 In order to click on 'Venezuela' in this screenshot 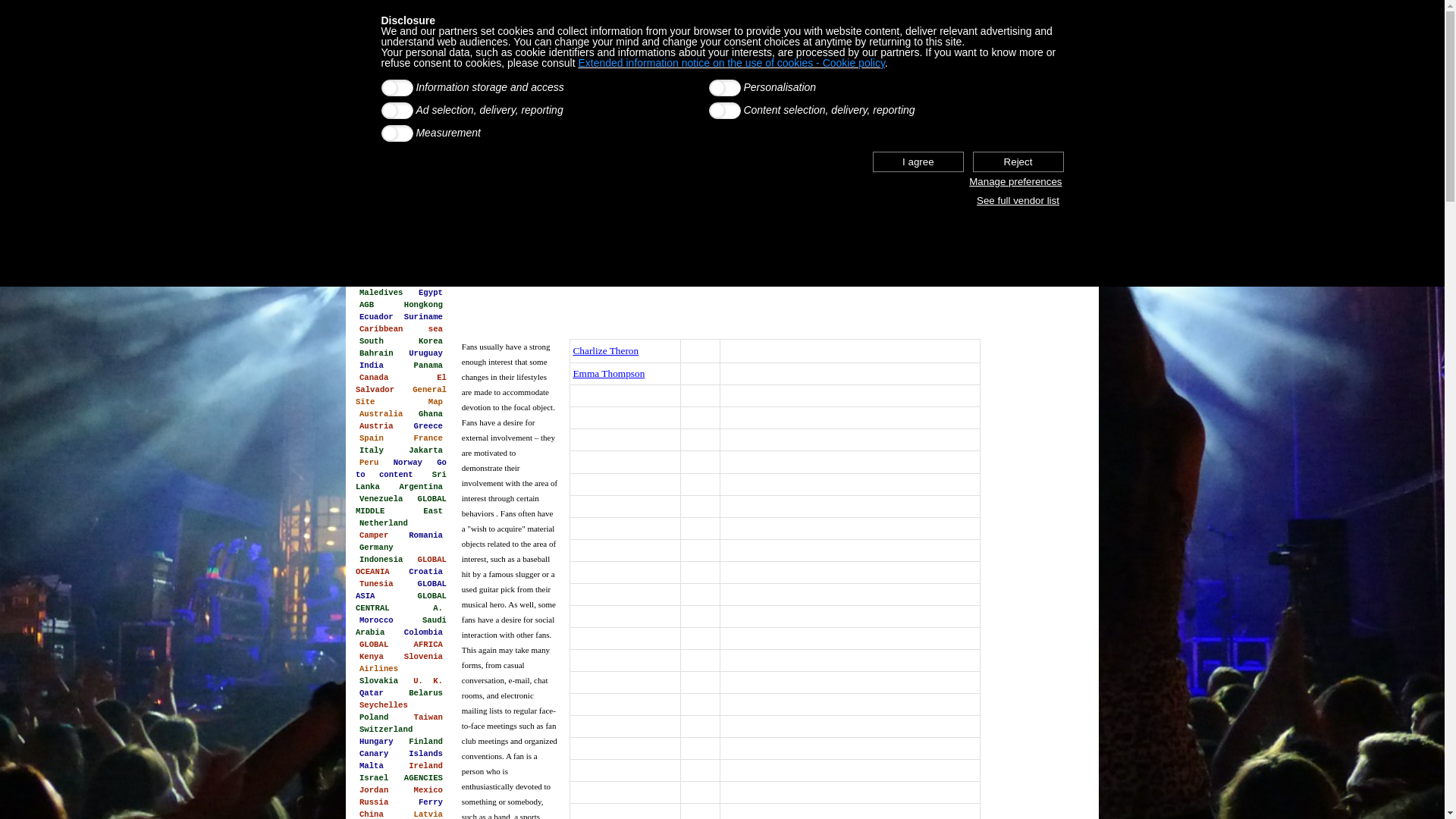, I will do `click(381, 499)`.